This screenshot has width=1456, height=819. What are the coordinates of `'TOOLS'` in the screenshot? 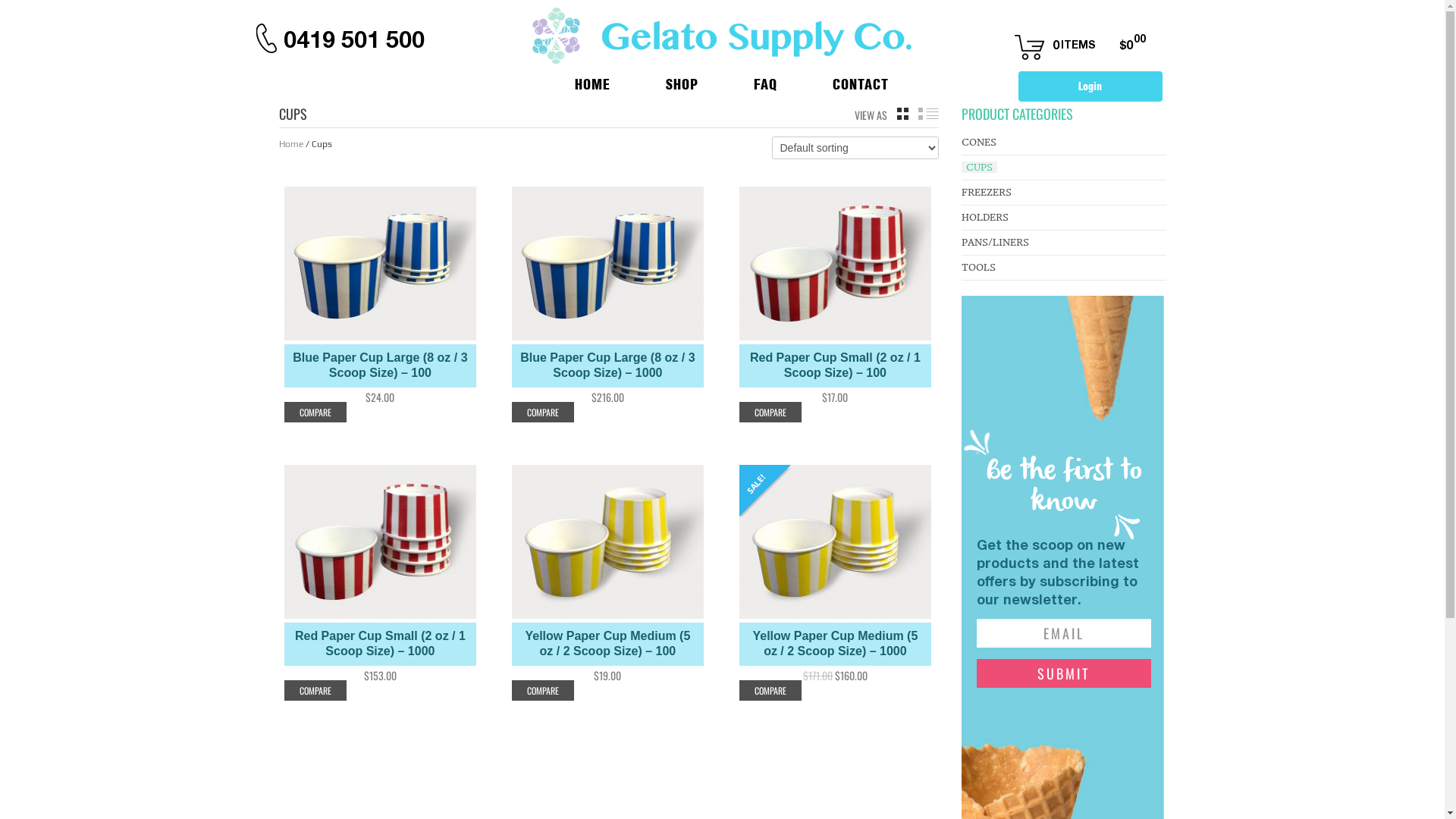 It's located at (978, 266).